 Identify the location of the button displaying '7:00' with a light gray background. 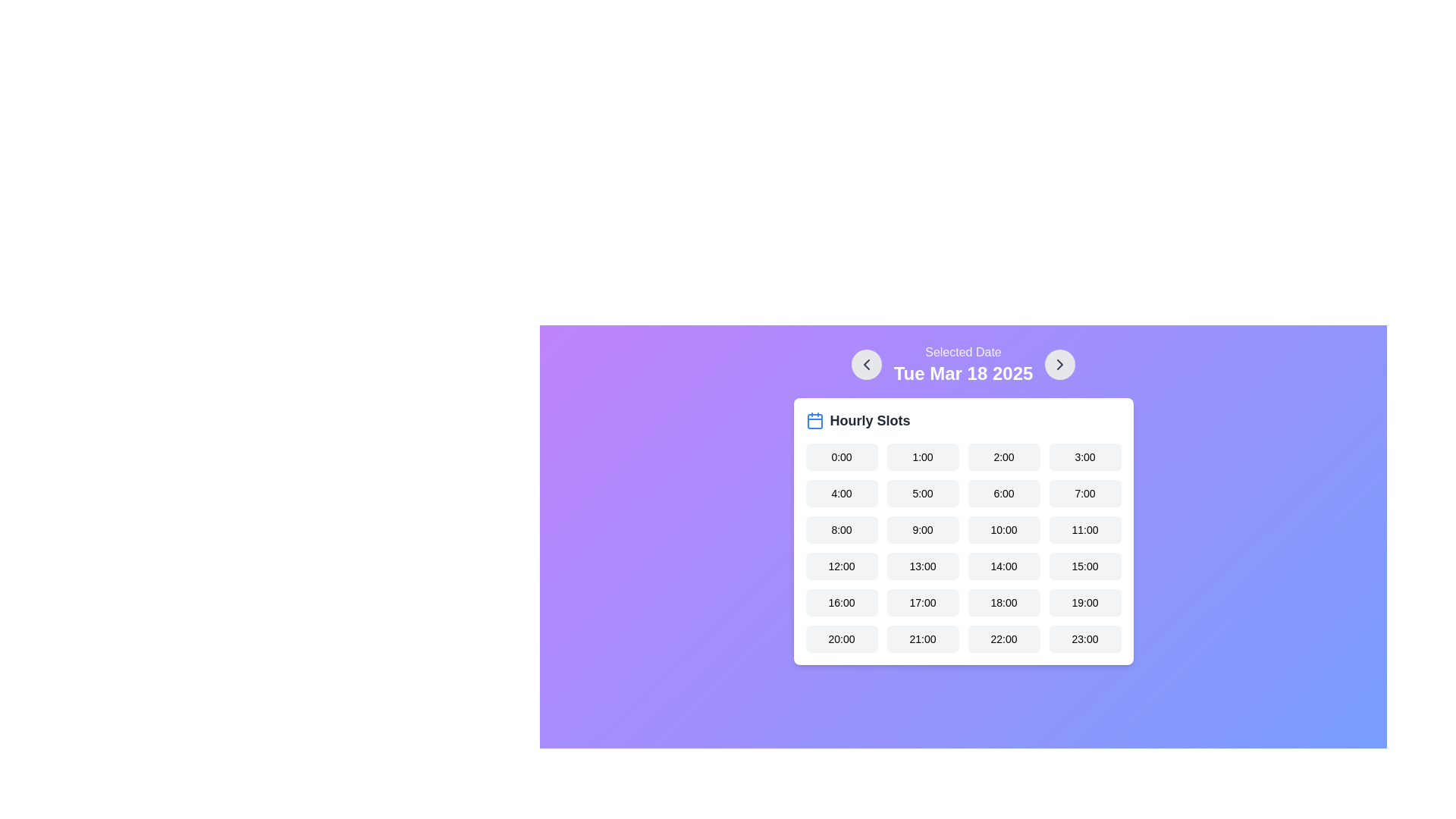
(1084, 494).